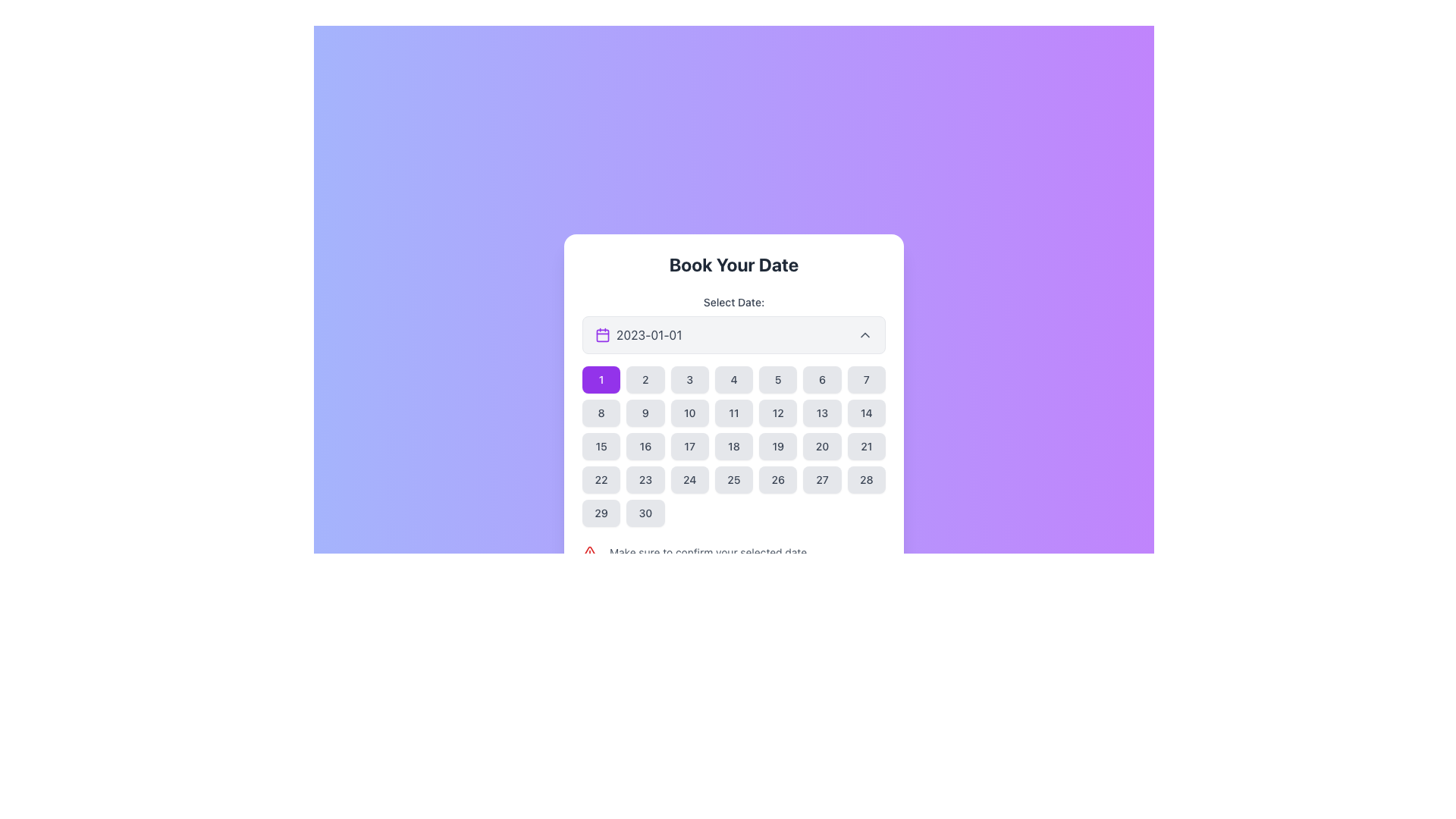 The width and height of the screenshot is (1456, 819). Describe the element at coordinates (601, 413) in the screenshot. I see `the button labeled '8' in the calendar interface` at that location.